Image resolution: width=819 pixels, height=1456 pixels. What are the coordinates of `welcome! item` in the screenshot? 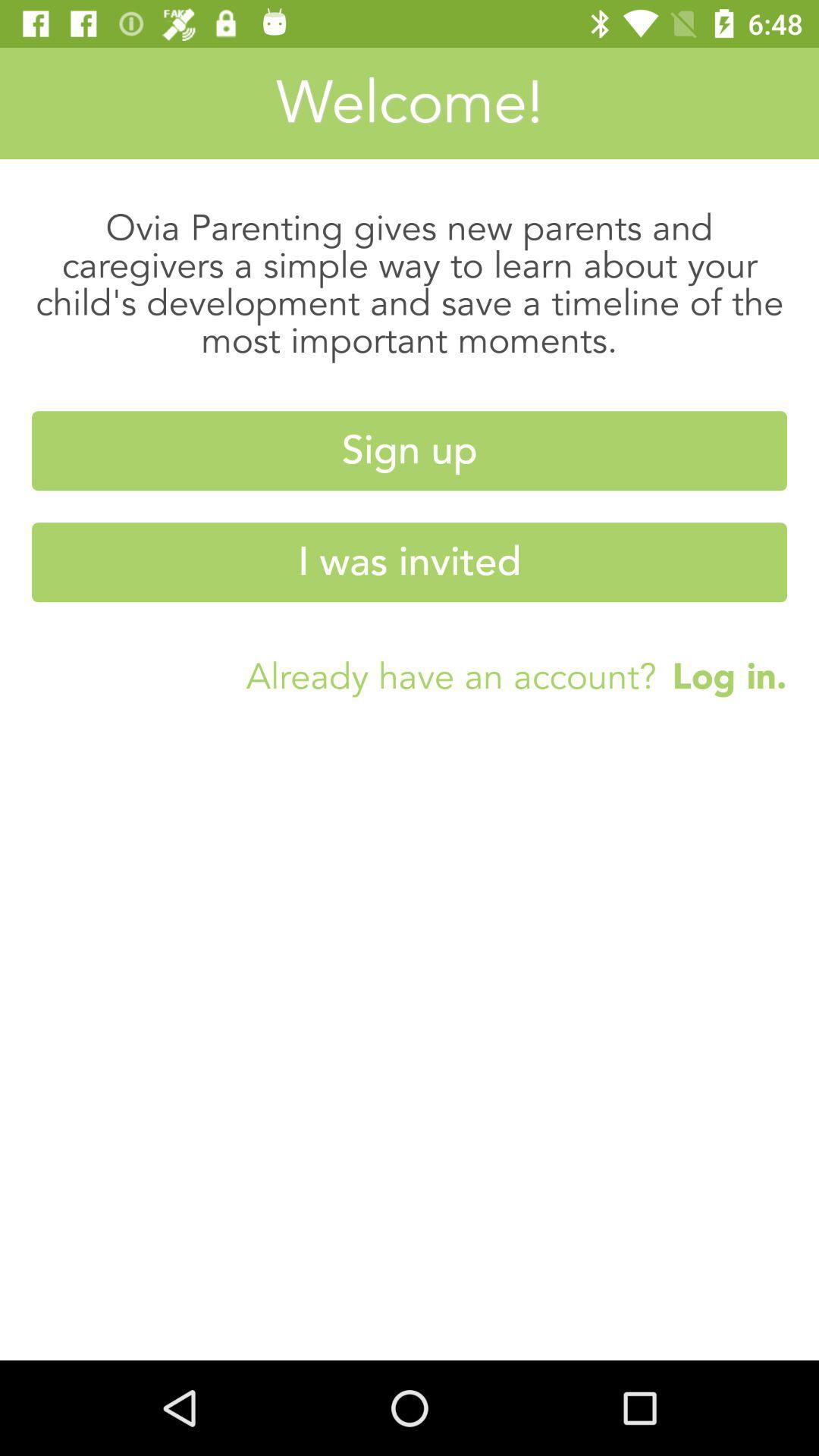 It's located at (409, 102).